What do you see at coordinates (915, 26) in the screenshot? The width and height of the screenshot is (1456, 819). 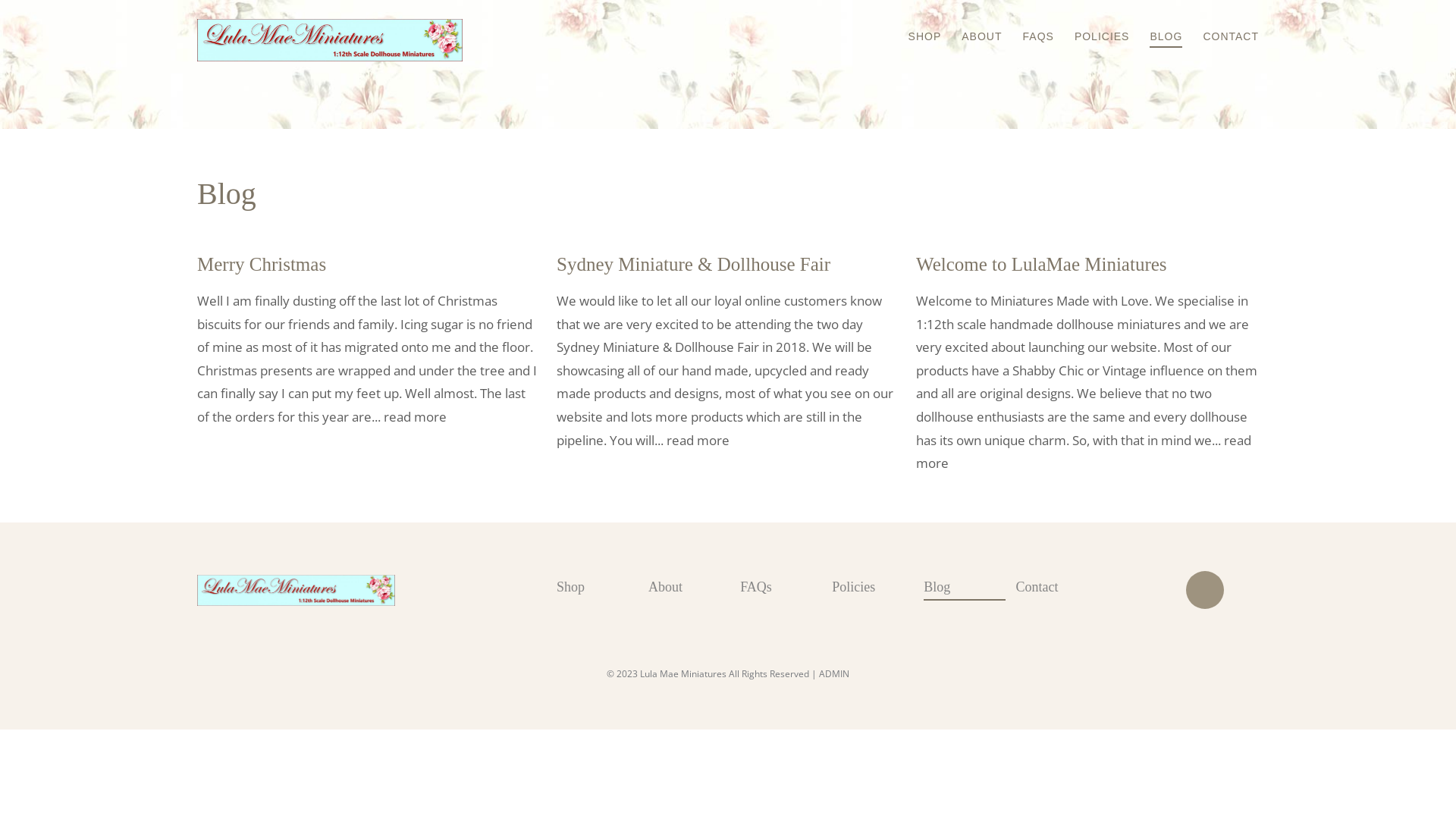 I see `'SHOP'` at bounding box center [915, 26].